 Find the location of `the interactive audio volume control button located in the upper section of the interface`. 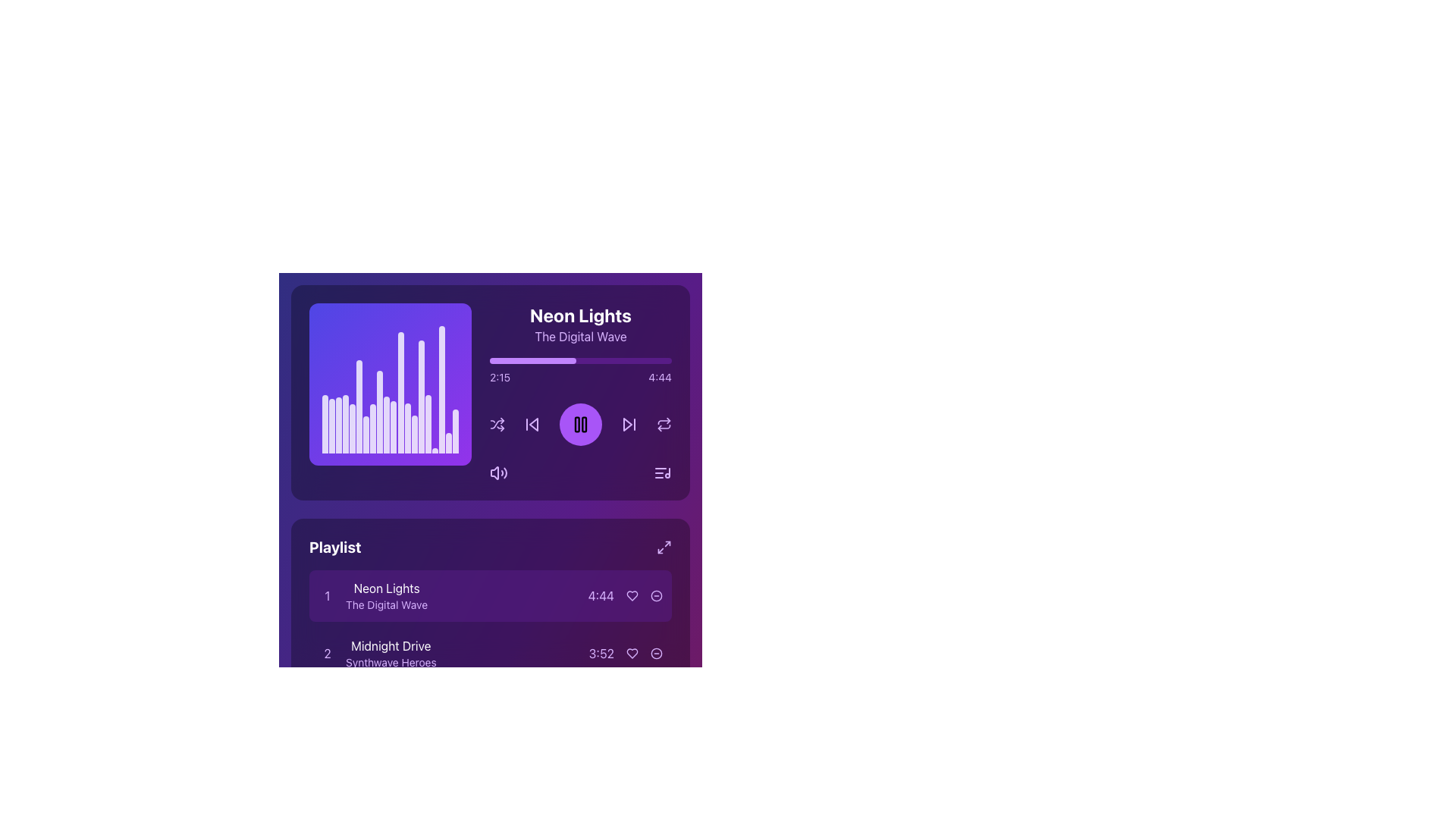

the interactive audio volume control button located in the upper section of the interface is located at coordinates (498, 472).